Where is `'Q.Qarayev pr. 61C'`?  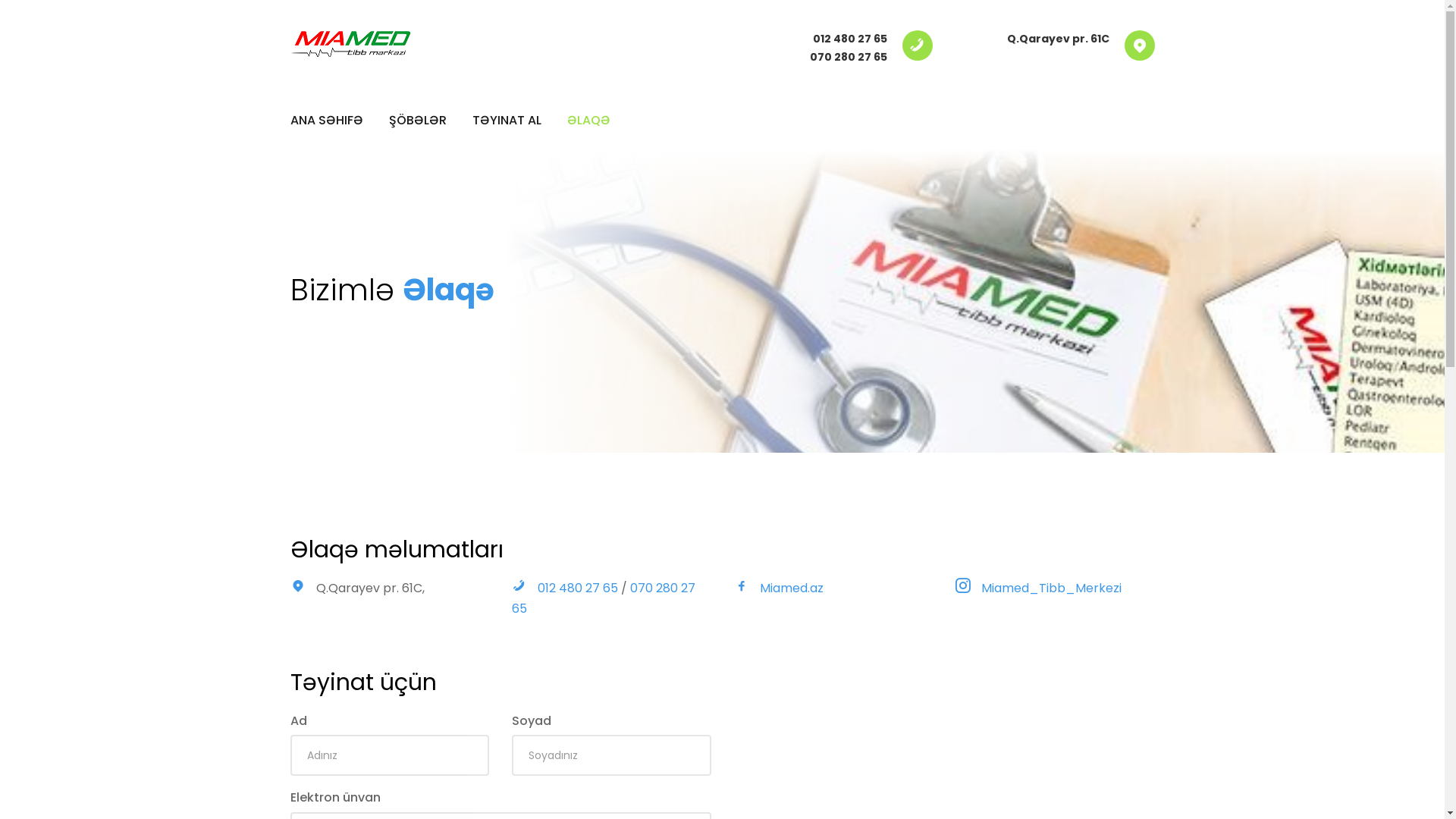
'Q.Qarayev pr. 61C' is located at coordinates (1057, 37).